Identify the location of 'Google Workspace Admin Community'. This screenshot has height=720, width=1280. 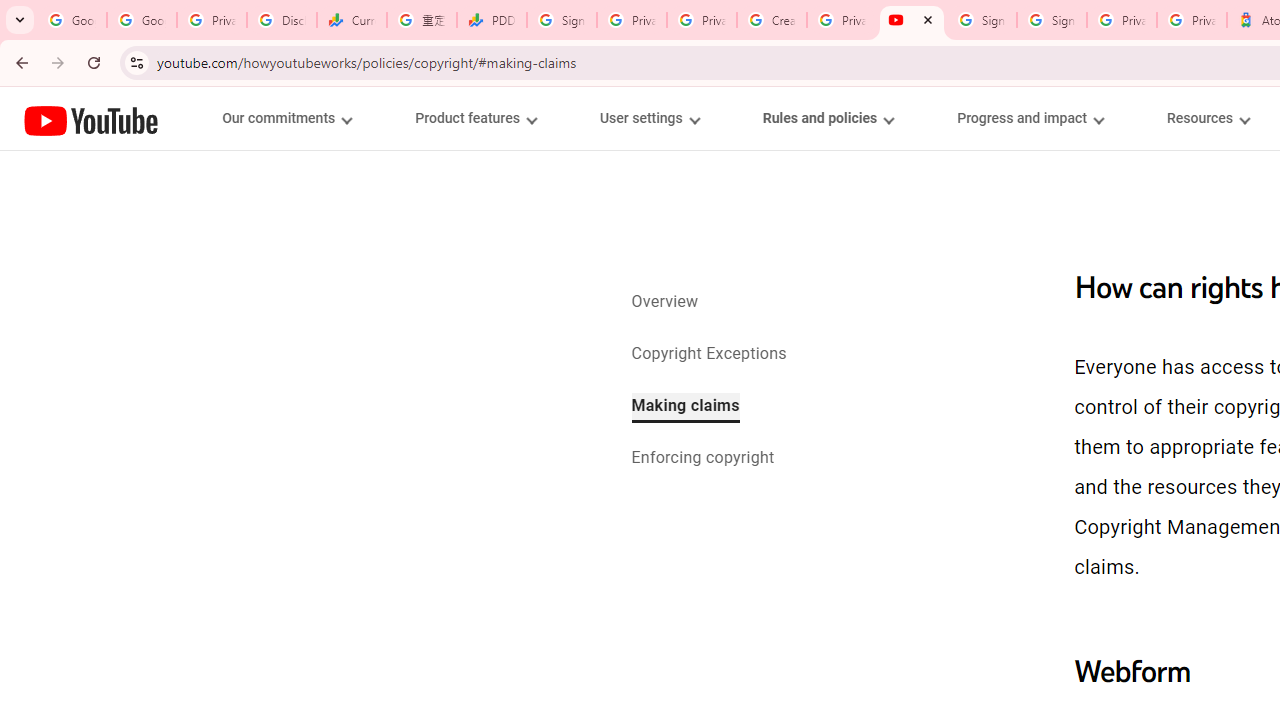
(72, 20).